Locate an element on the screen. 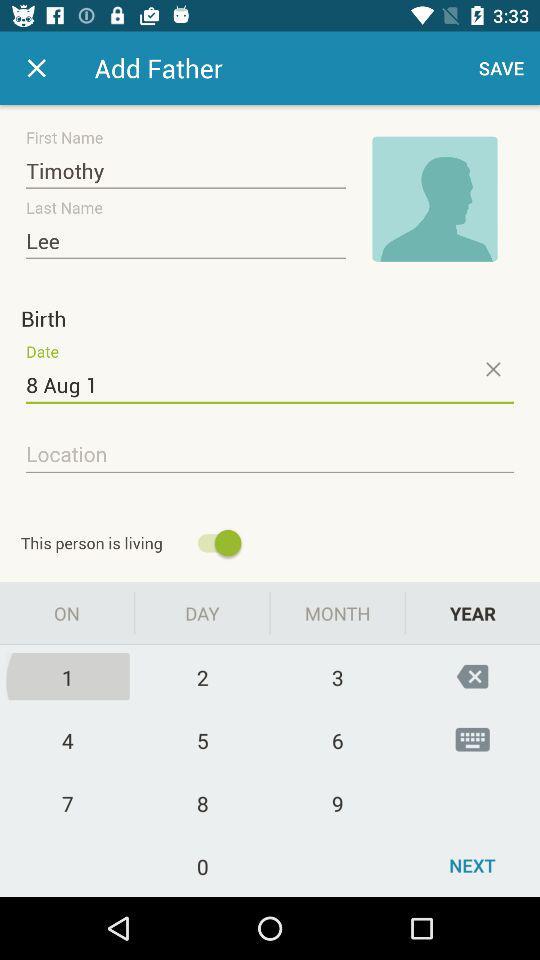 The height and width of the screenshot is (960, 540). exit button is located at coordinates (36, 68).